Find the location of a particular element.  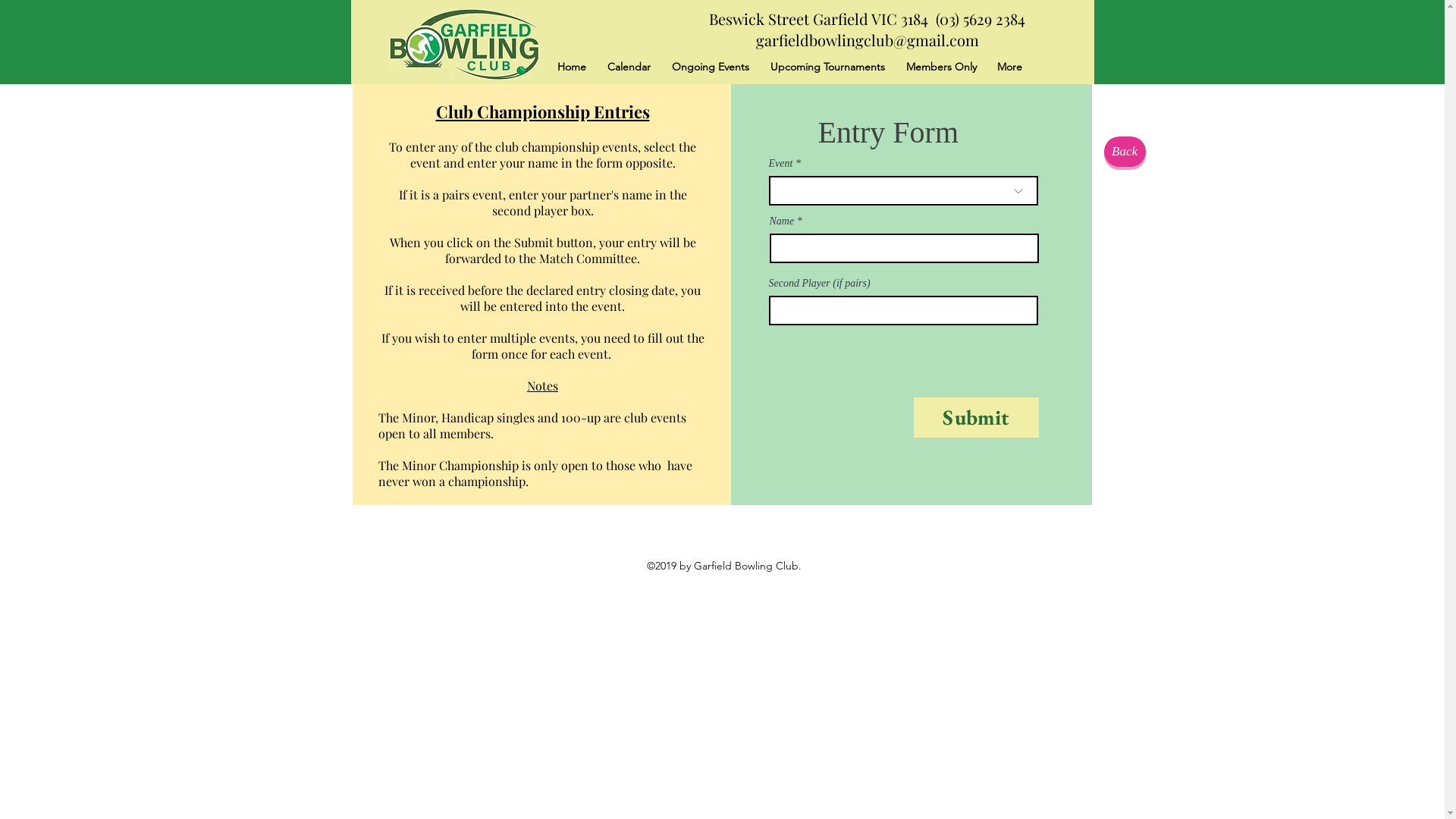

'Ongoing Events' is located at coordinates (661, 66).